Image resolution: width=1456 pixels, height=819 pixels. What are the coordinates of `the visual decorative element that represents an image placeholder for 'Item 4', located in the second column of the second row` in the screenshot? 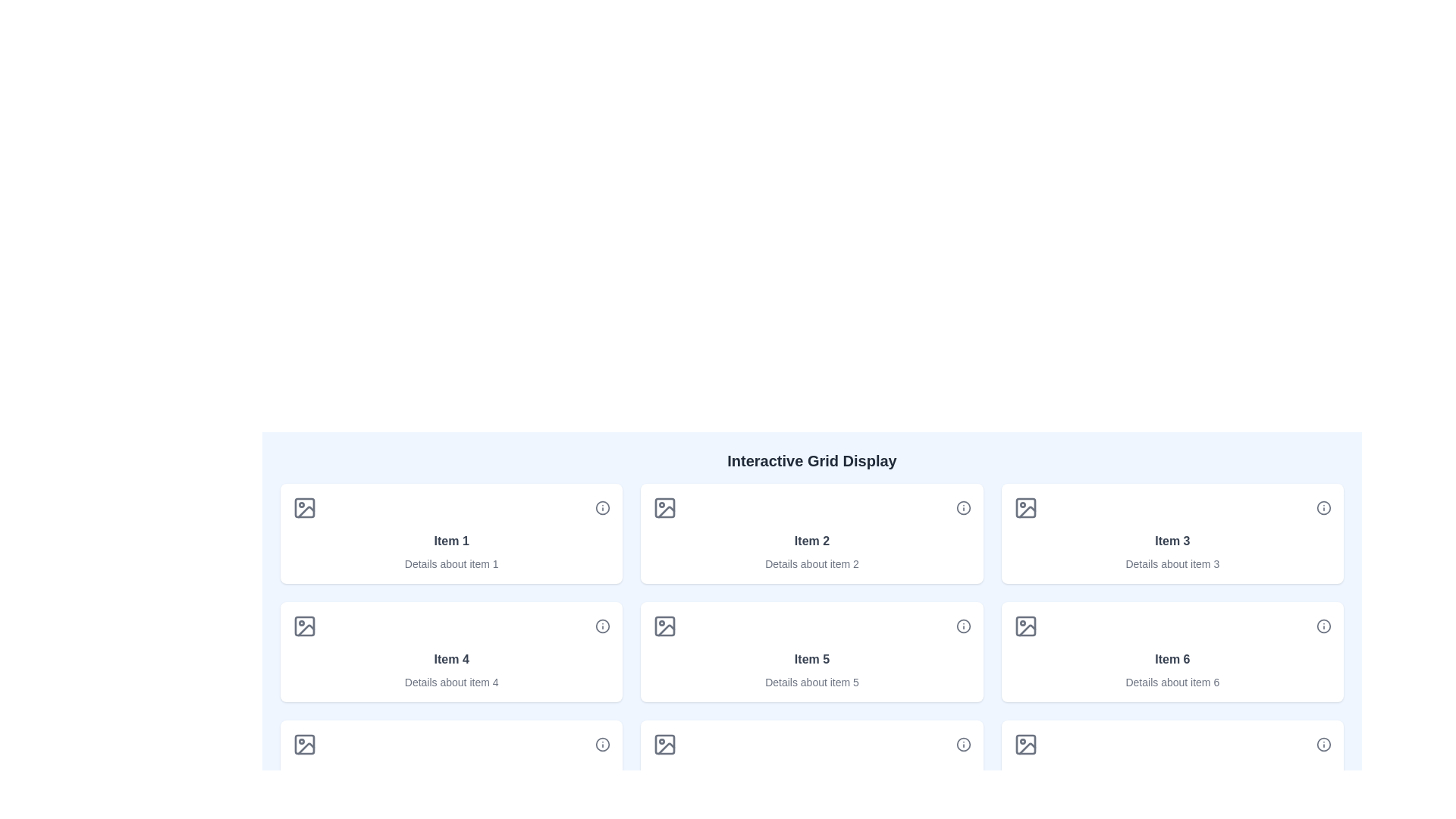 It's located at (304, 626).